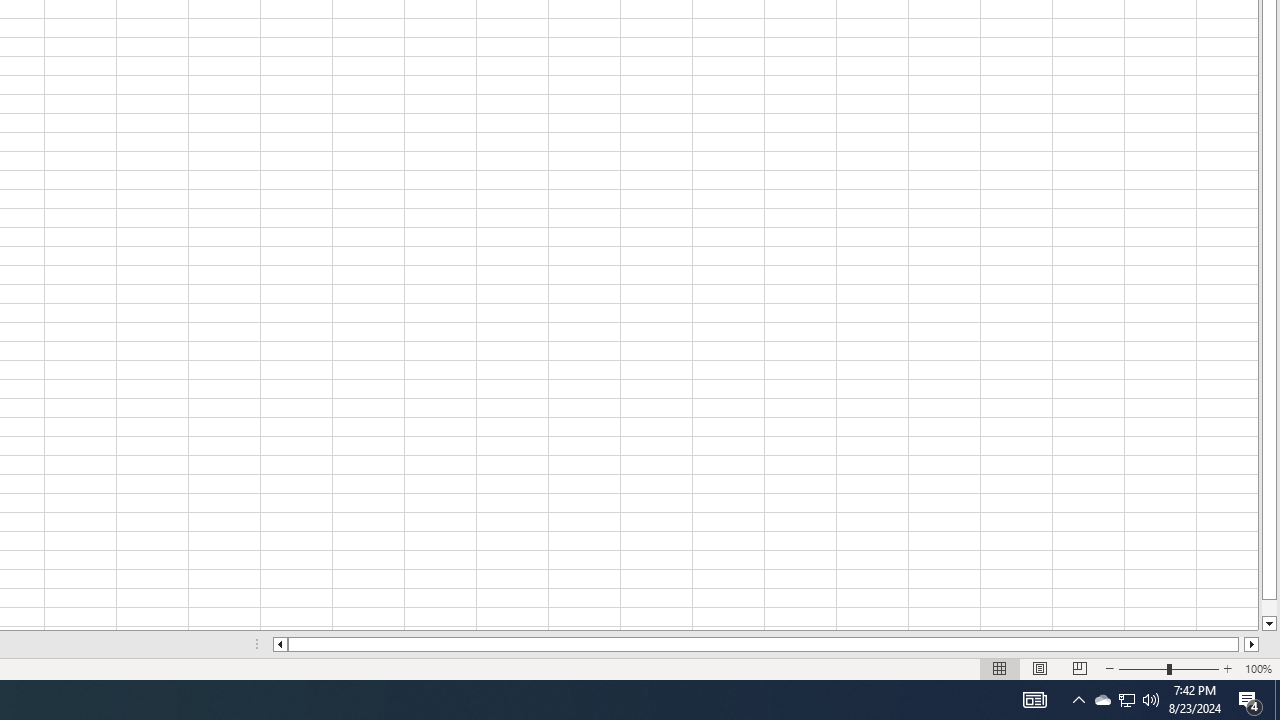 The width and height of the screenshot is (1280, 720). I want to click on 'Class: NetUIScrollBar', so click(765, 644).